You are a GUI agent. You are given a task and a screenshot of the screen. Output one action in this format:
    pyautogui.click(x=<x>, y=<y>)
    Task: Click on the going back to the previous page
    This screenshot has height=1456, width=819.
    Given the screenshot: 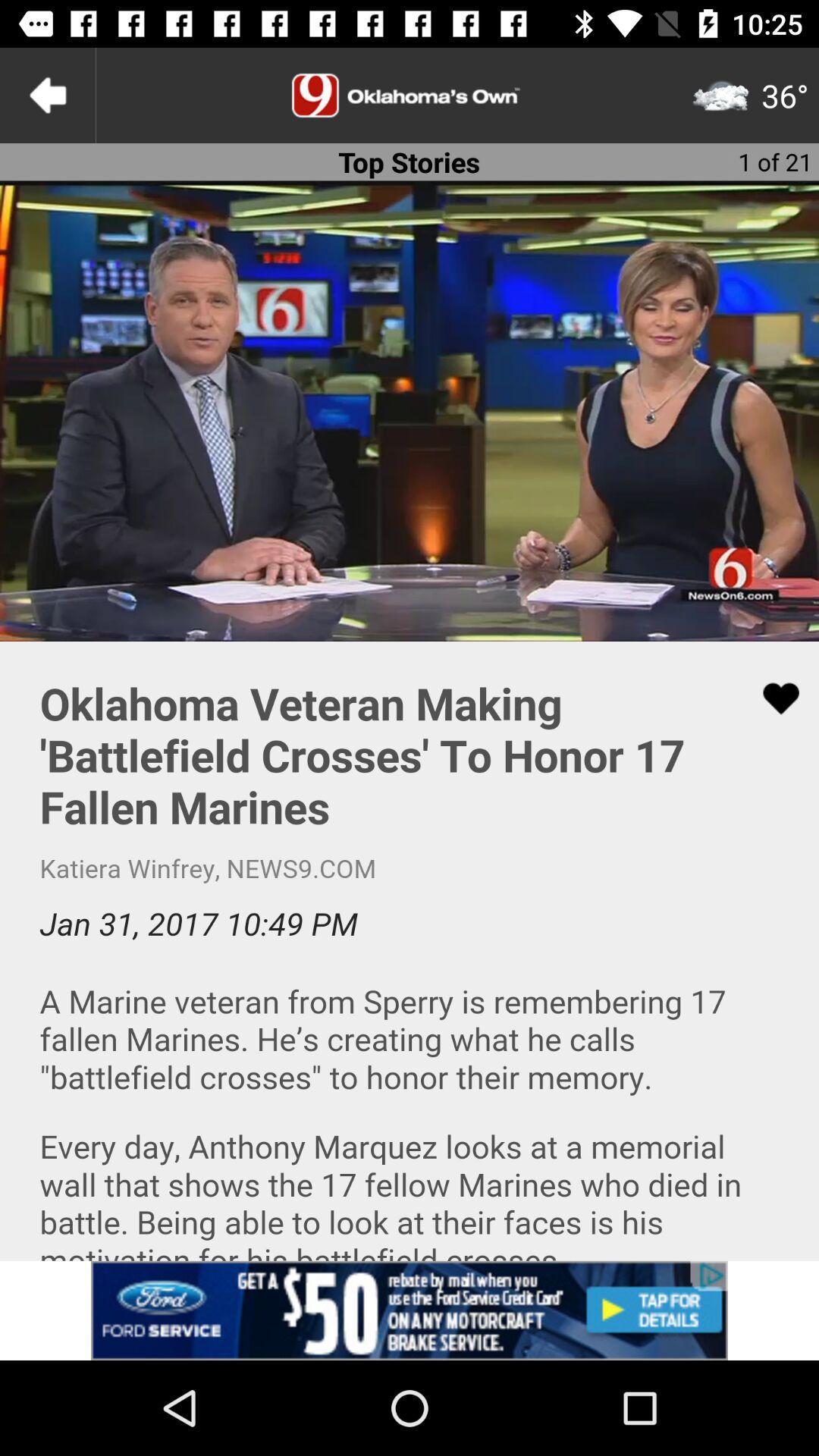 What is the action you would take?
    pyautogui.click(x=46, y=94)
    